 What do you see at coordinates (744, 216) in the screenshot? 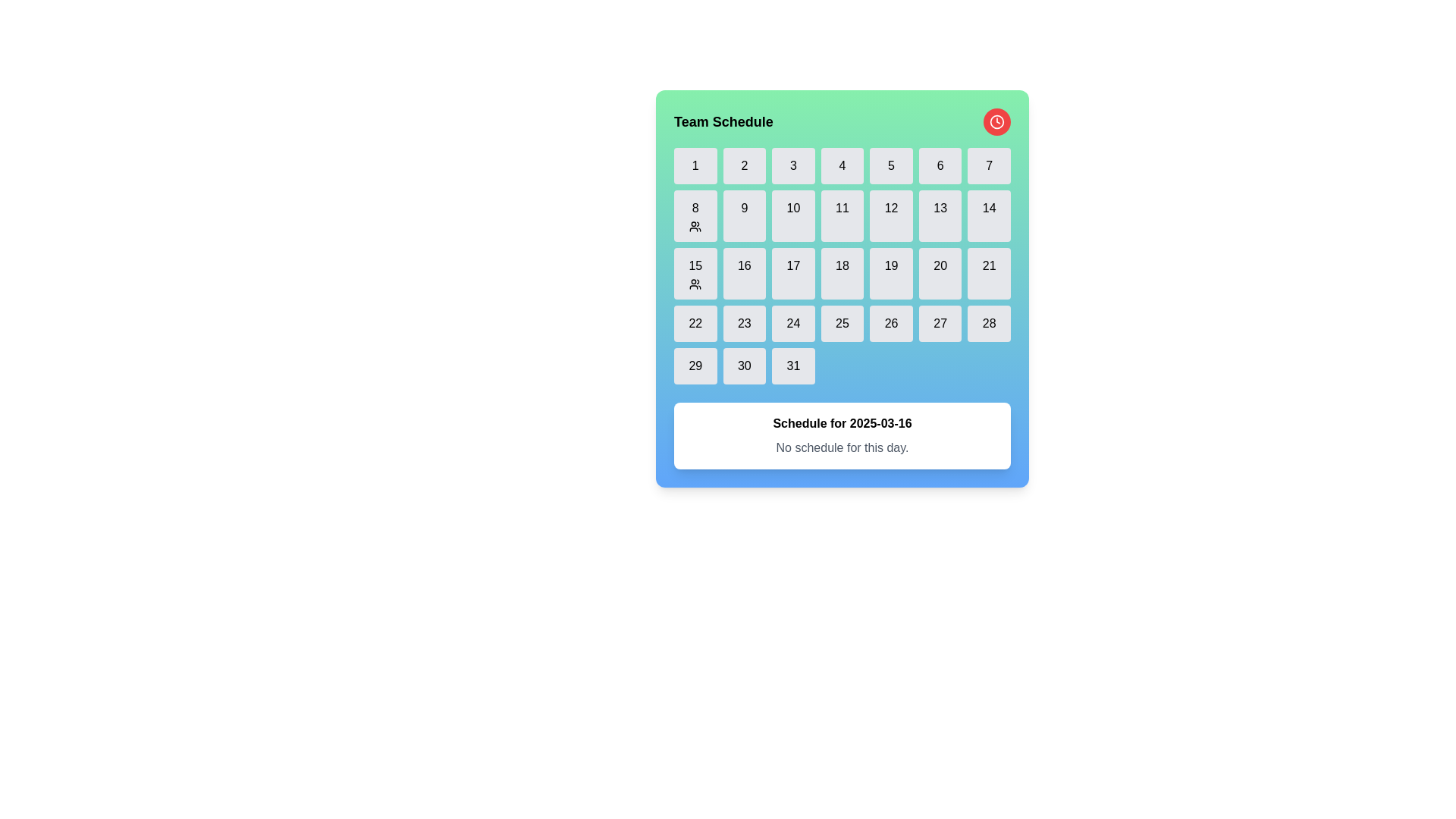
I see `the grid cell displaying the numeral '9' with a light gray background` at bounding box center [744, 216].